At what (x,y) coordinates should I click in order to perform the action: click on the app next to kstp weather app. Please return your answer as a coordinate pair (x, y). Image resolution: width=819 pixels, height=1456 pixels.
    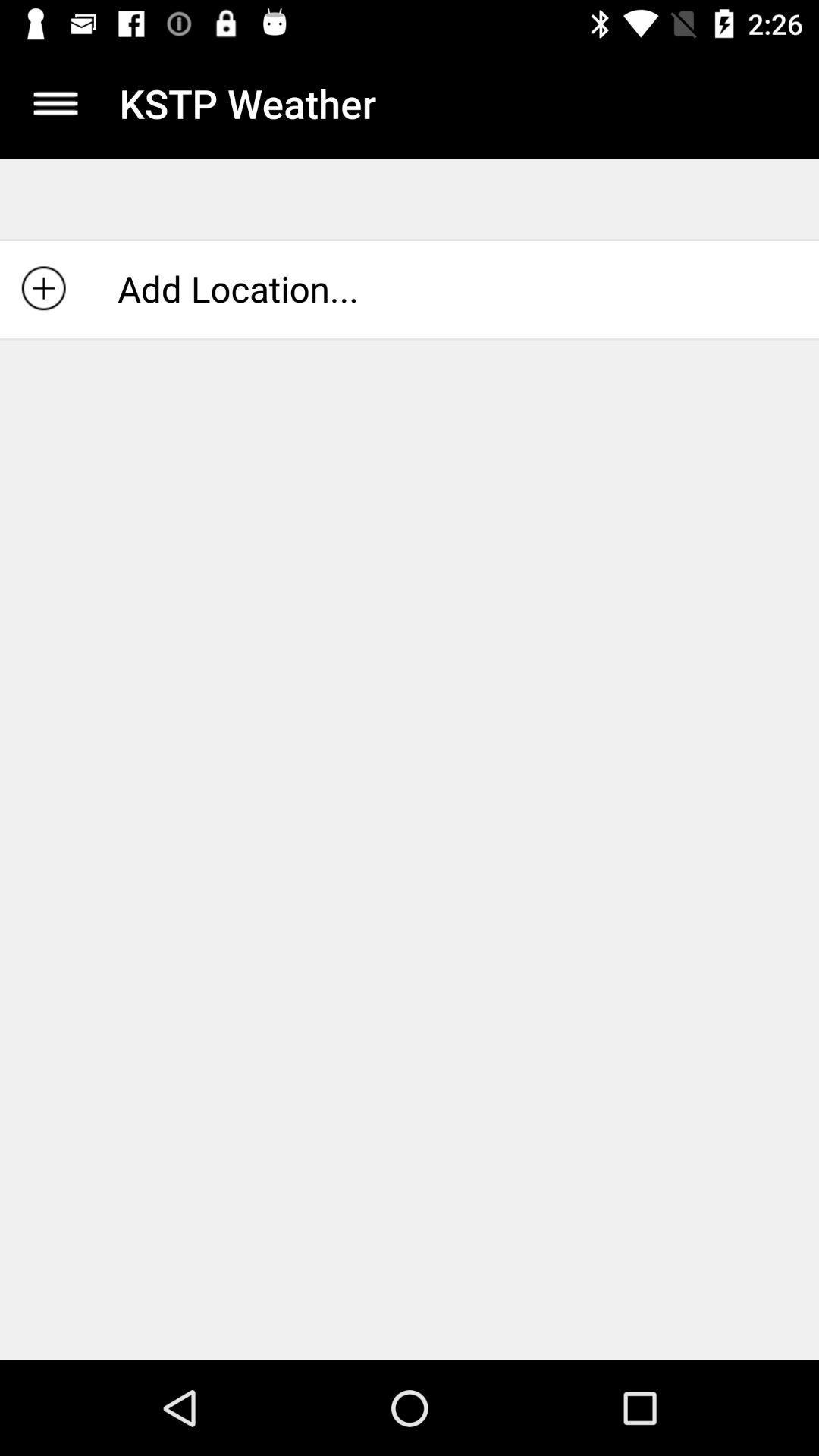
    Looking at the image, I should click on (55, 102).